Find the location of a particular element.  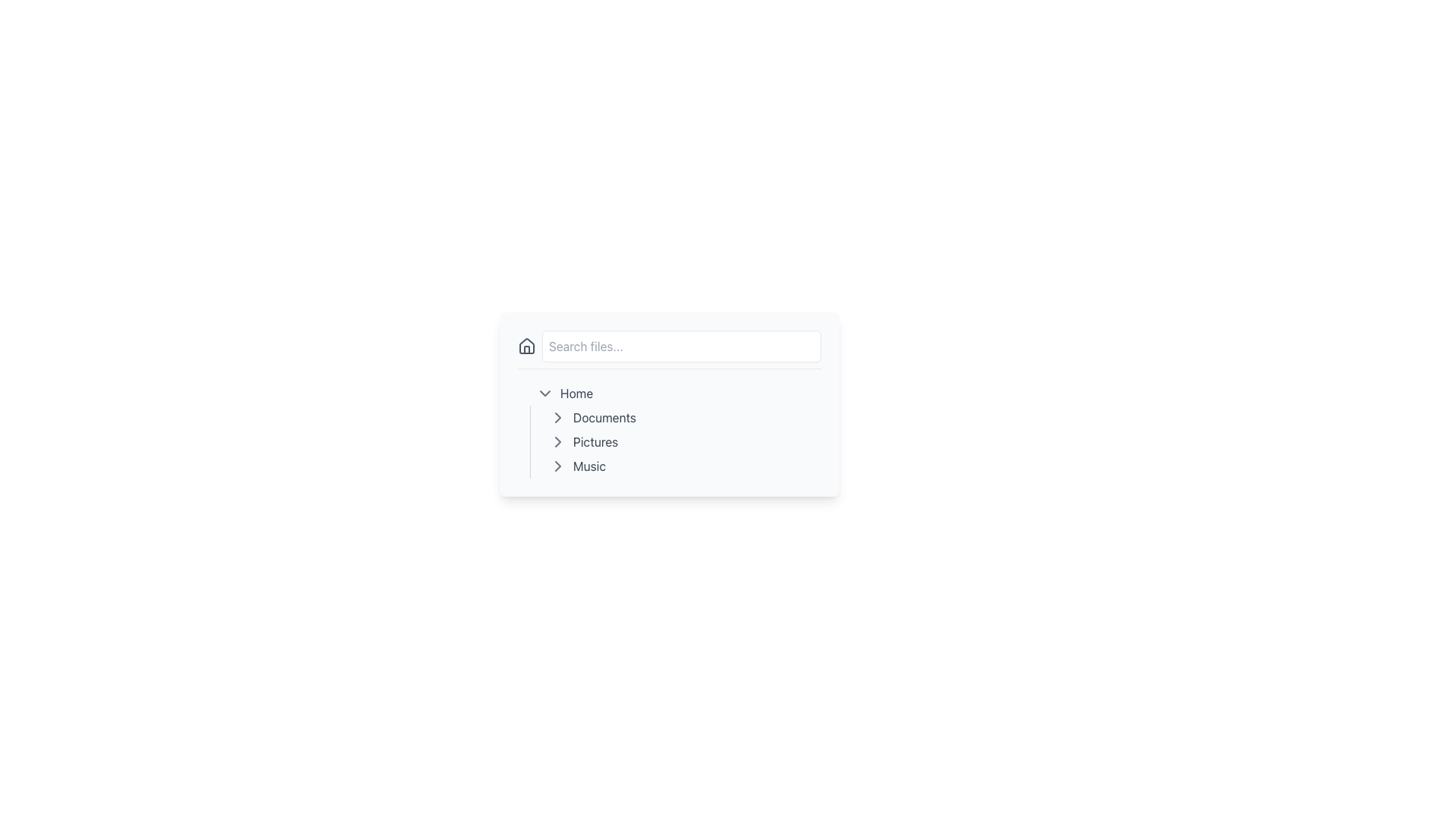

the downward-facing chevron icon button next to the 'Home' text is located at coordinates (545, 393).